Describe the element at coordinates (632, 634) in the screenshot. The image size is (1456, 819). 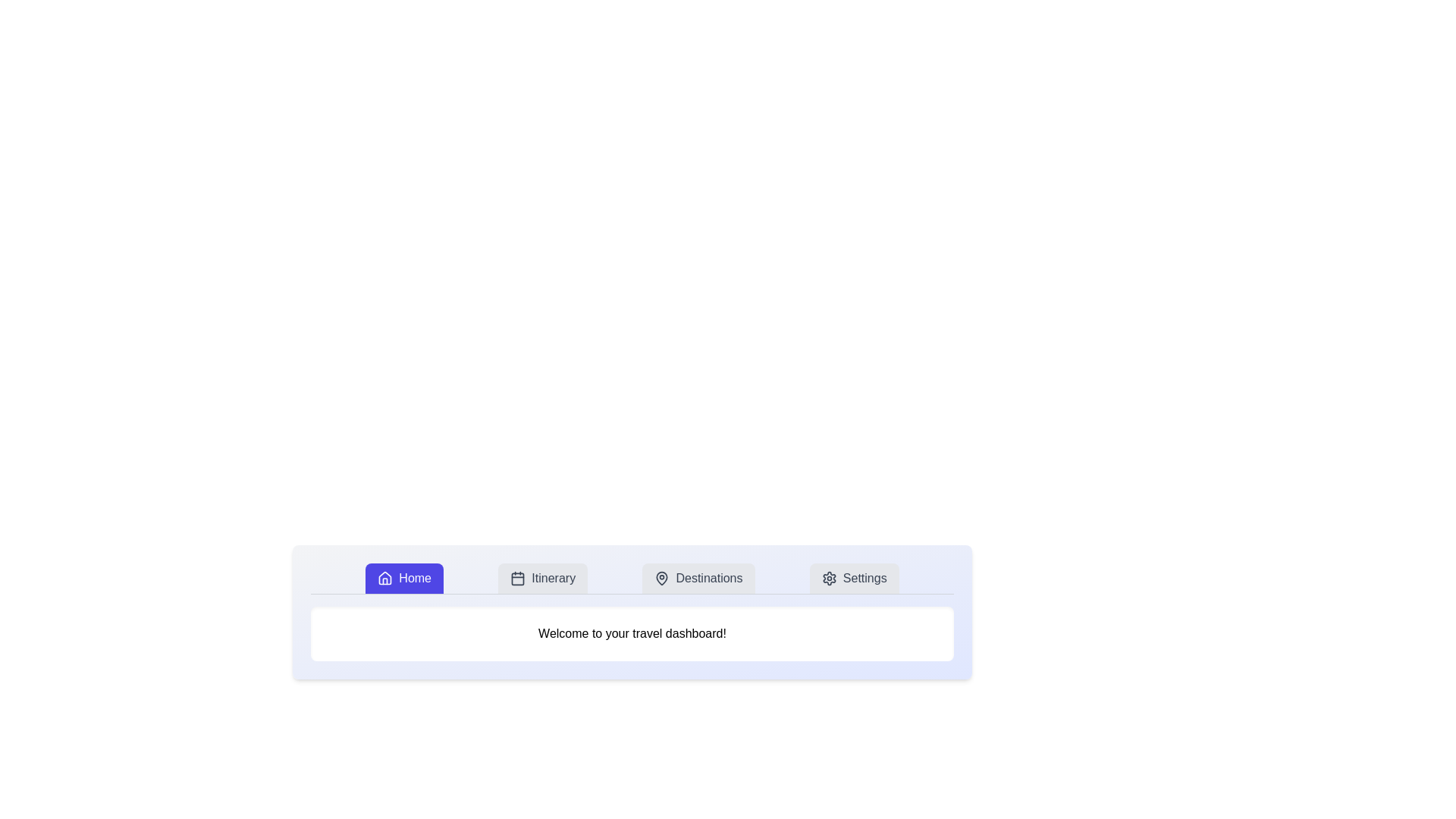
I see `the welcome message text display that informs users they are on their travel dashboard, located centered below the navigation bar` at that location.